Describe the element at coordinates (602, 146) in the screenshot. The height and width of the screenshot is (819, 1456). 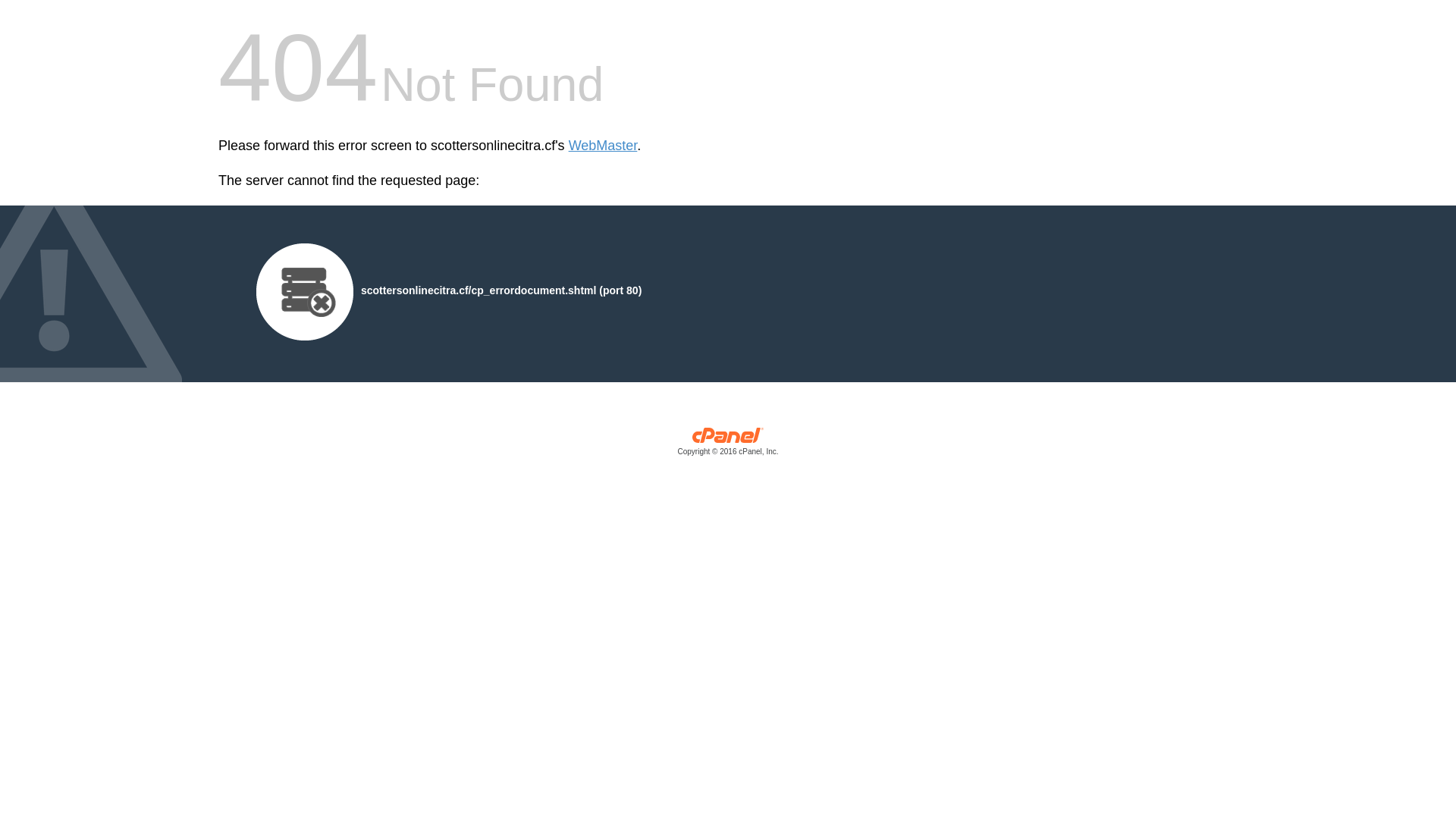
I see `'WebMaster'` at that location.